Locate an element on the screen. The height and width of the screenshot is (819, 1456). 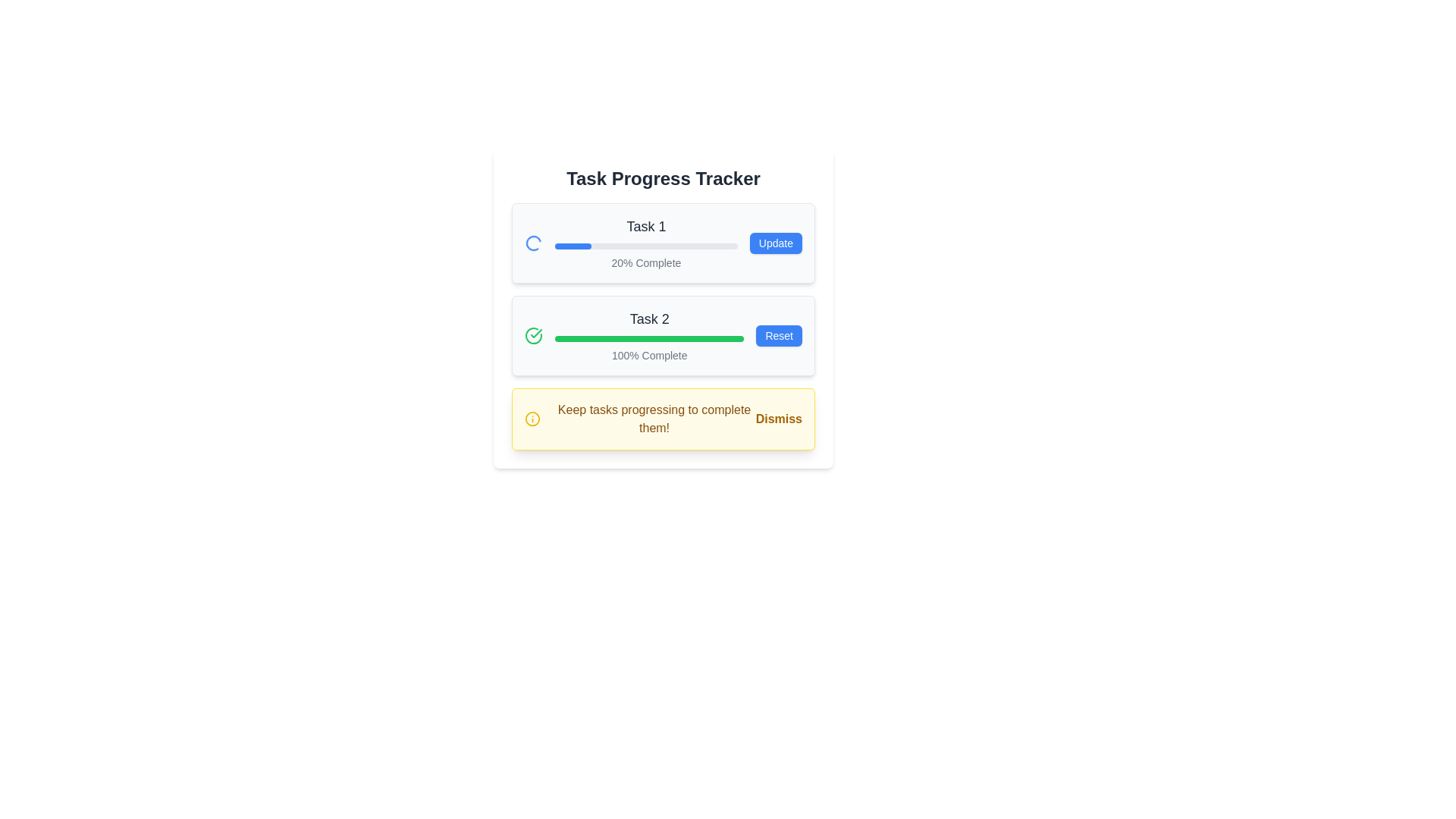
the central informational text within the notification banner, which is situated between an icon and a 'Dismiss' button is located at coordinates (654, 419).